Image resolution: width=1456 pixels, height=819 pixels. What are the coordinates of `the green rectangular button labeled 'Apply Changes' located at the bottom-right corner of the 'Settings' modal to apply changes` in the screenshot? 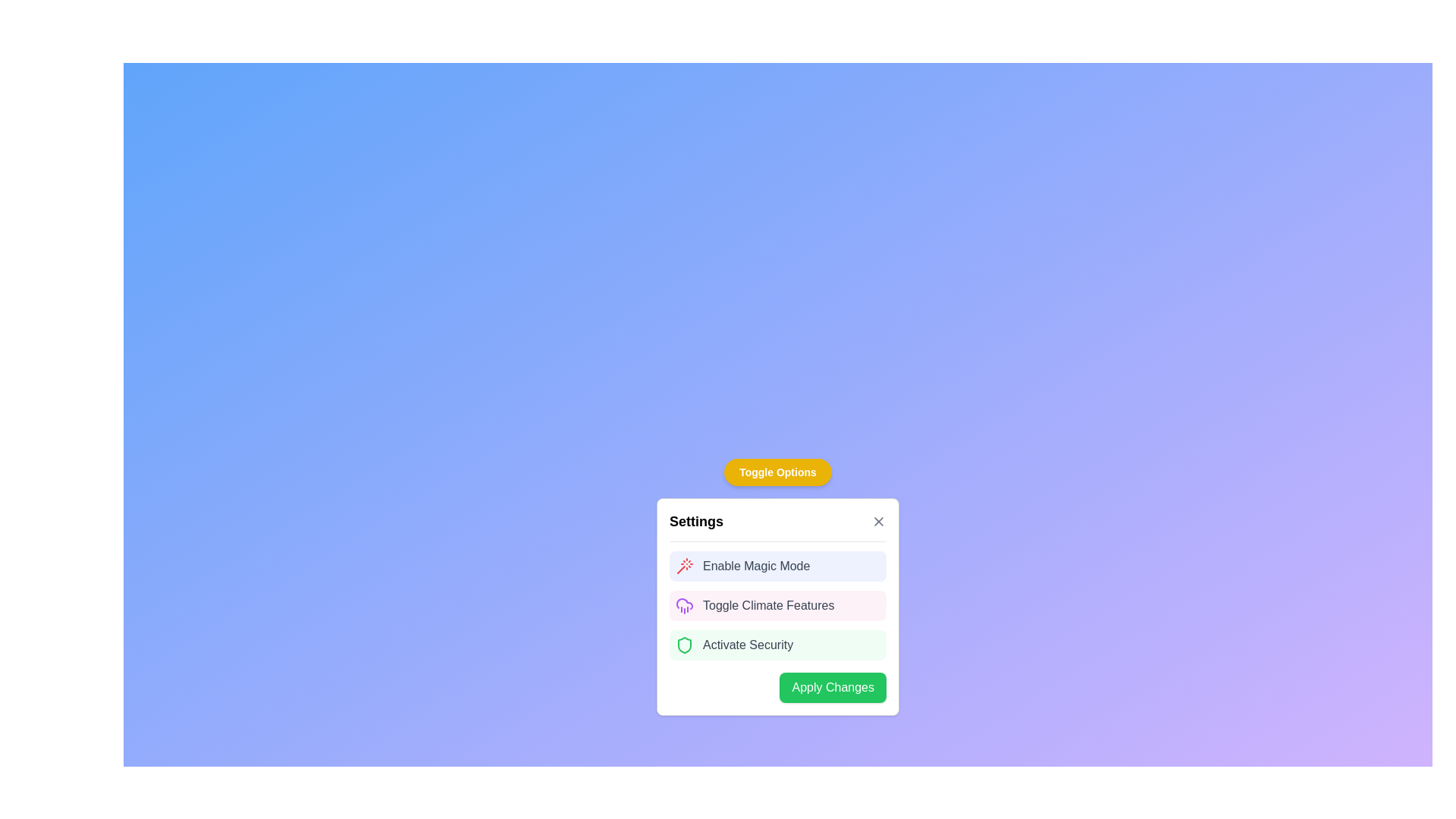 It's located at (832, 687).